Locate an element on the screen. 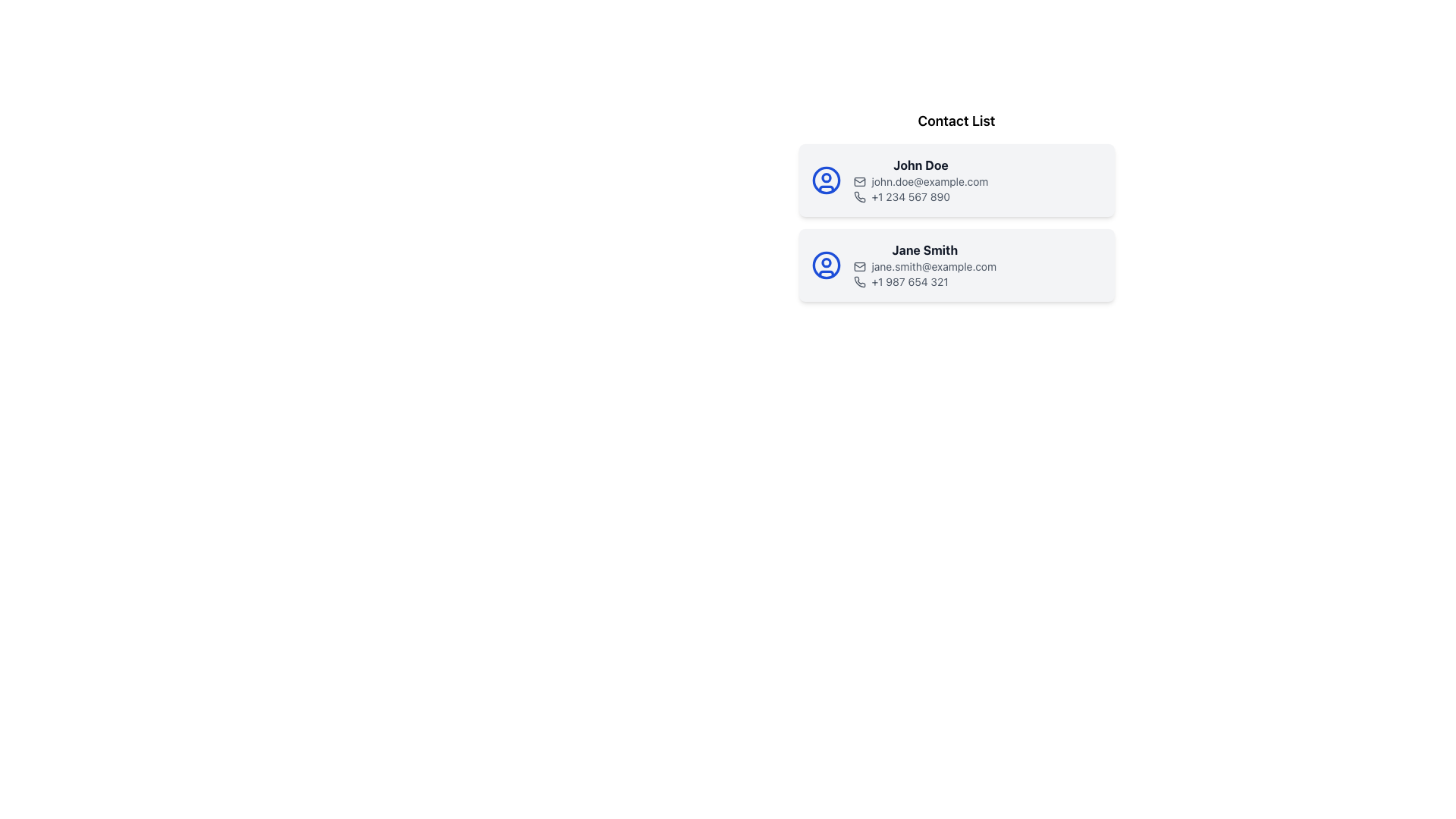 This screenshot has height=819, width=1456. the phone icon located within the first contact entry, adjacent to the phone number '+1 234 567 890', which visually represents the phone number information is located at coordinates (859, 196).